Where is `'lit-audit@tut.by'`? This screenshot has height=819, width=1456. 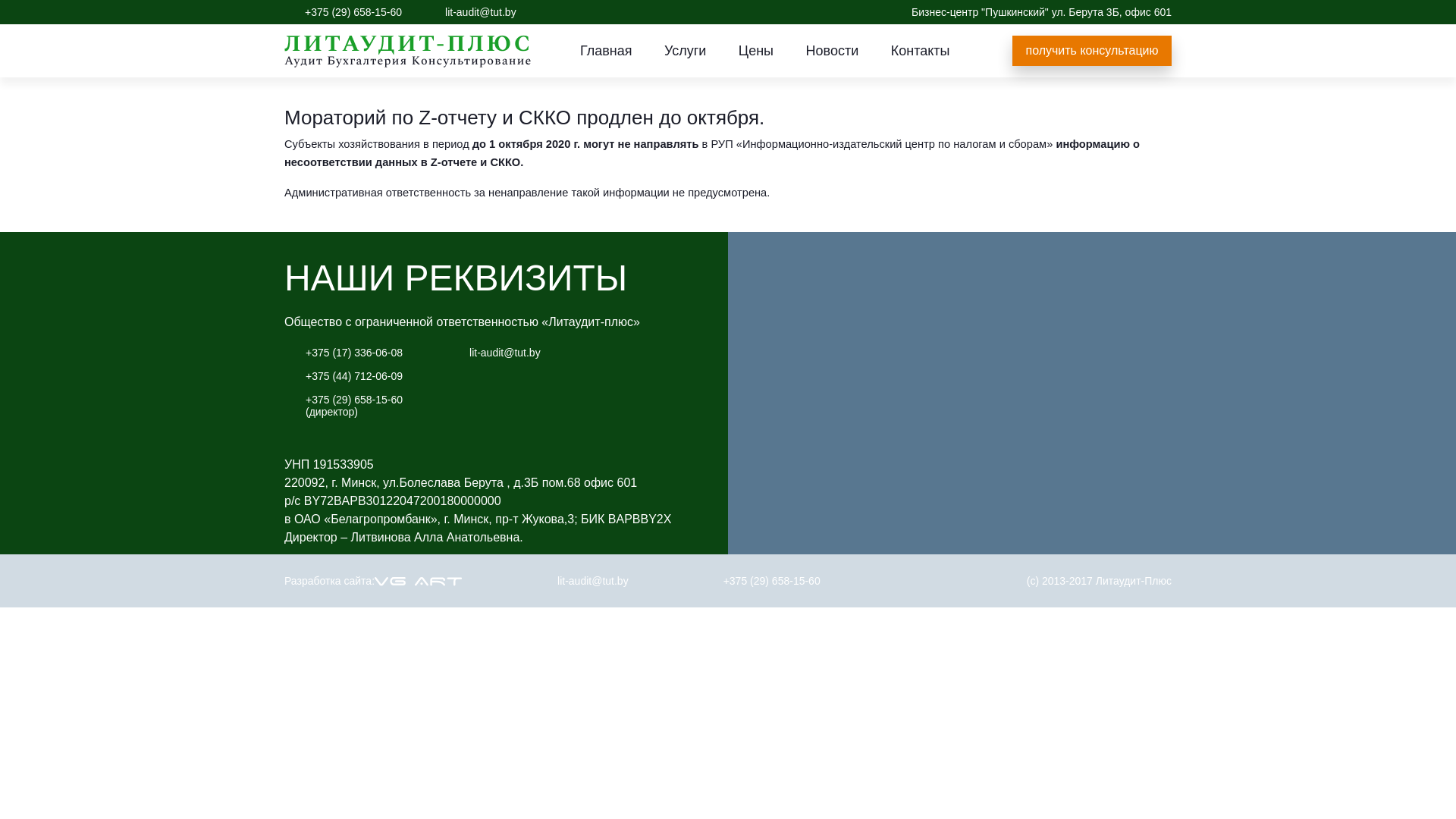 'lit-audit@tut.by' is located at coordinates (505, 353).